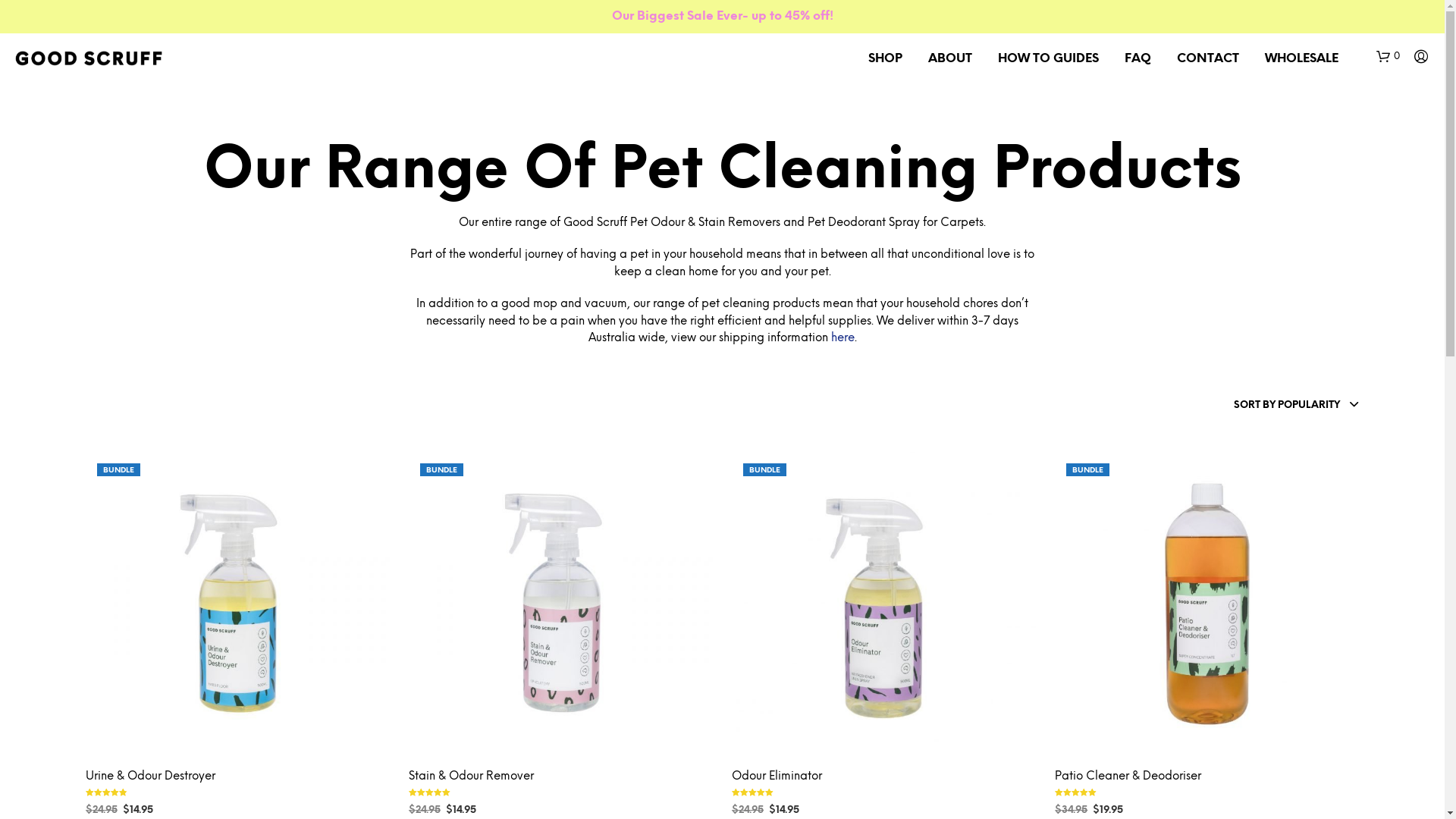 This screenshot has width=1456, height=819. Describe the element at coordinates (470, 777) in the screenshot. I see `'Stain & Odour Remover'` at that location.